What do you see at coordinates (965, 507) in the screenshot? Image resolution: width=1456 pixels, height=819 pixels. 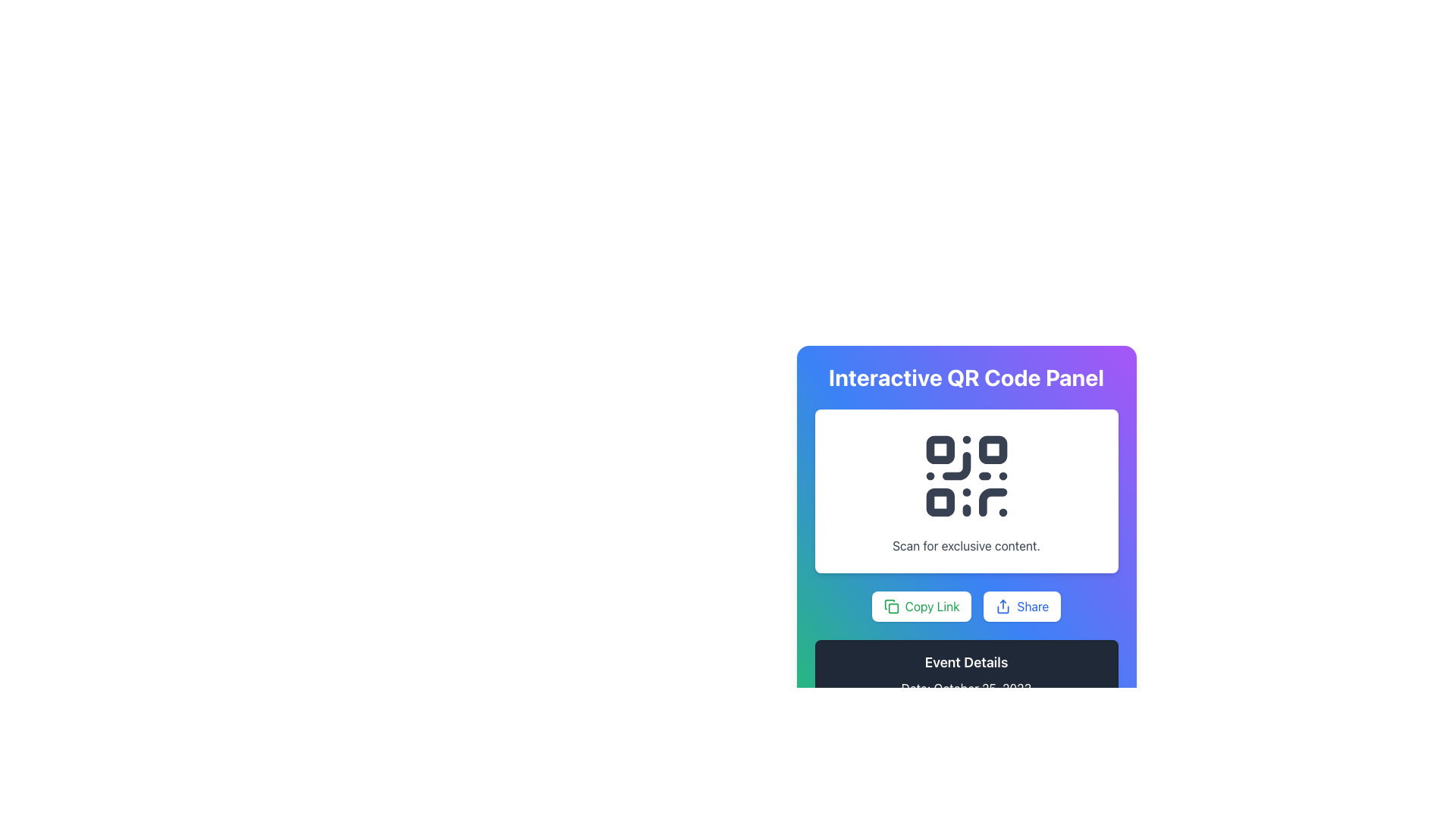 I see `the 'Interactive QR Code Panel' which features a gradient background, a QR code, and buttons for 'Copy Link' and 'Share'` at bounding box center [965, 507].